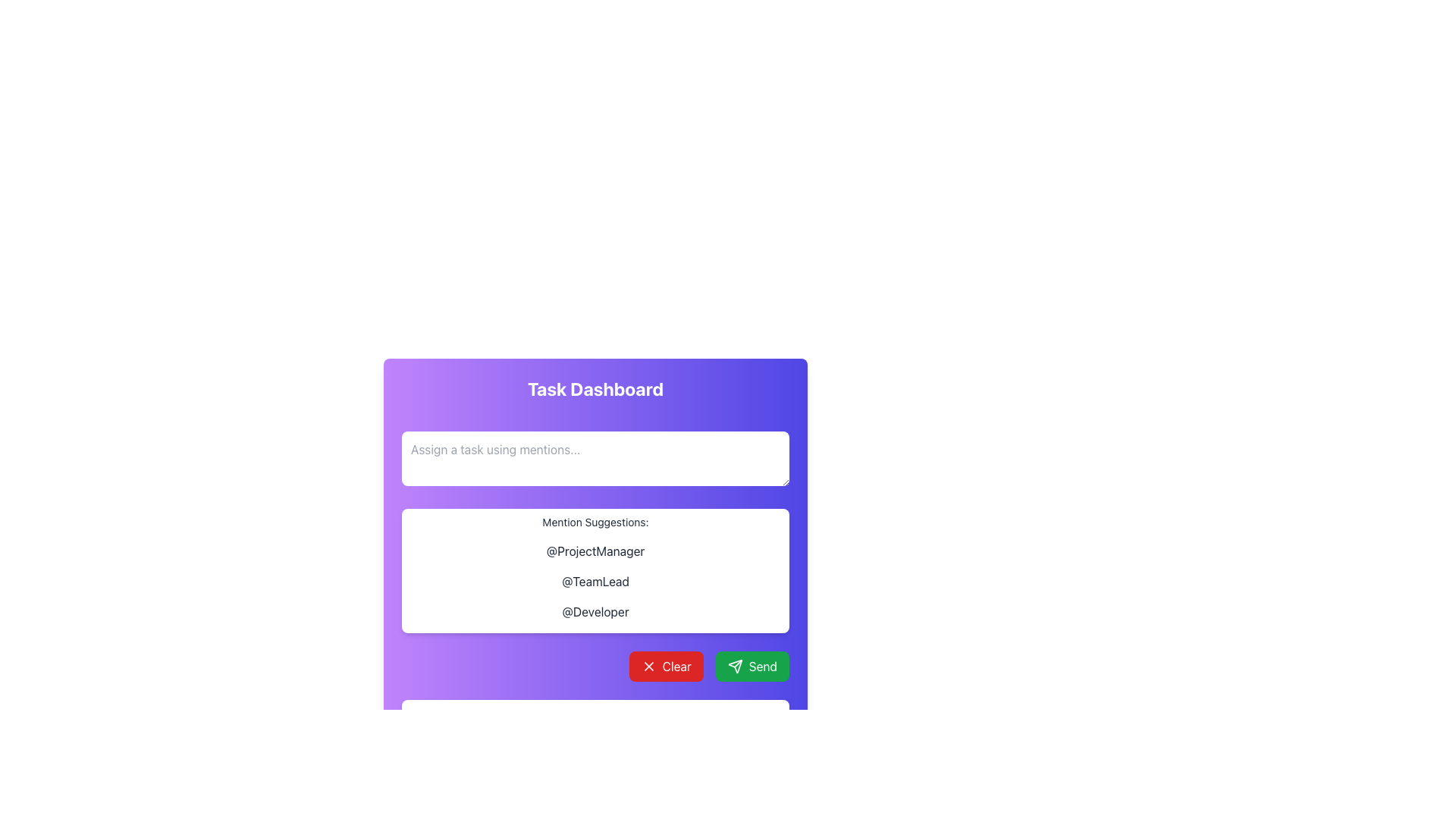  What do you see at coordinates (735, 666) in the screenshot?
I see `the 'Send' button which encompasses the decorative SVG icon located at the lower right corner of the interface` at bounding box center [735, 666].